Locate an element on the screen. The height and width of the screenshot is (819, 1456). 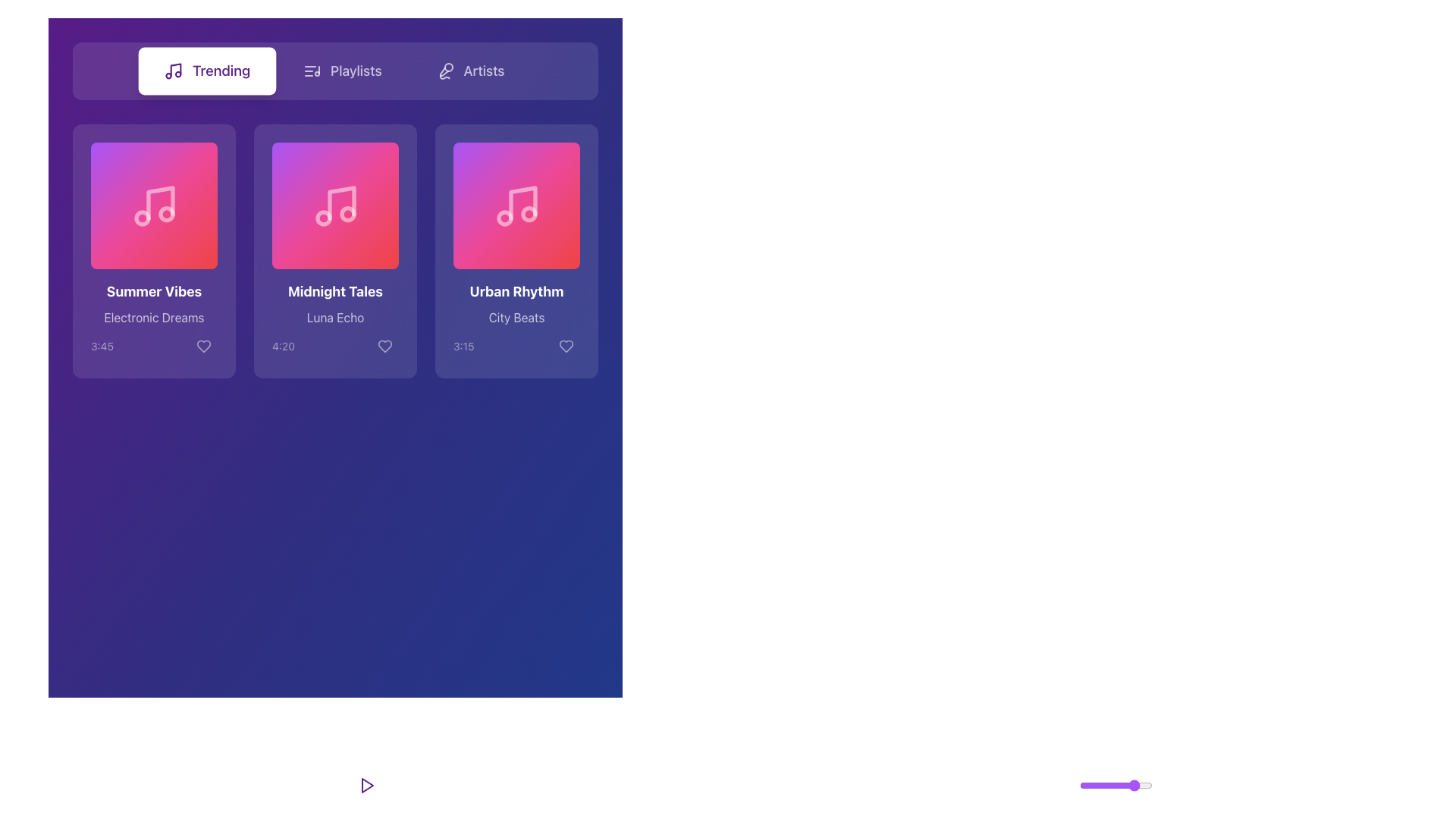
the triangular-shaped graphical decoration filled with a gradient from purple to red, located centrally on the music note icon in the 'Summer Vibes' card is located at coordinates (156, 206).